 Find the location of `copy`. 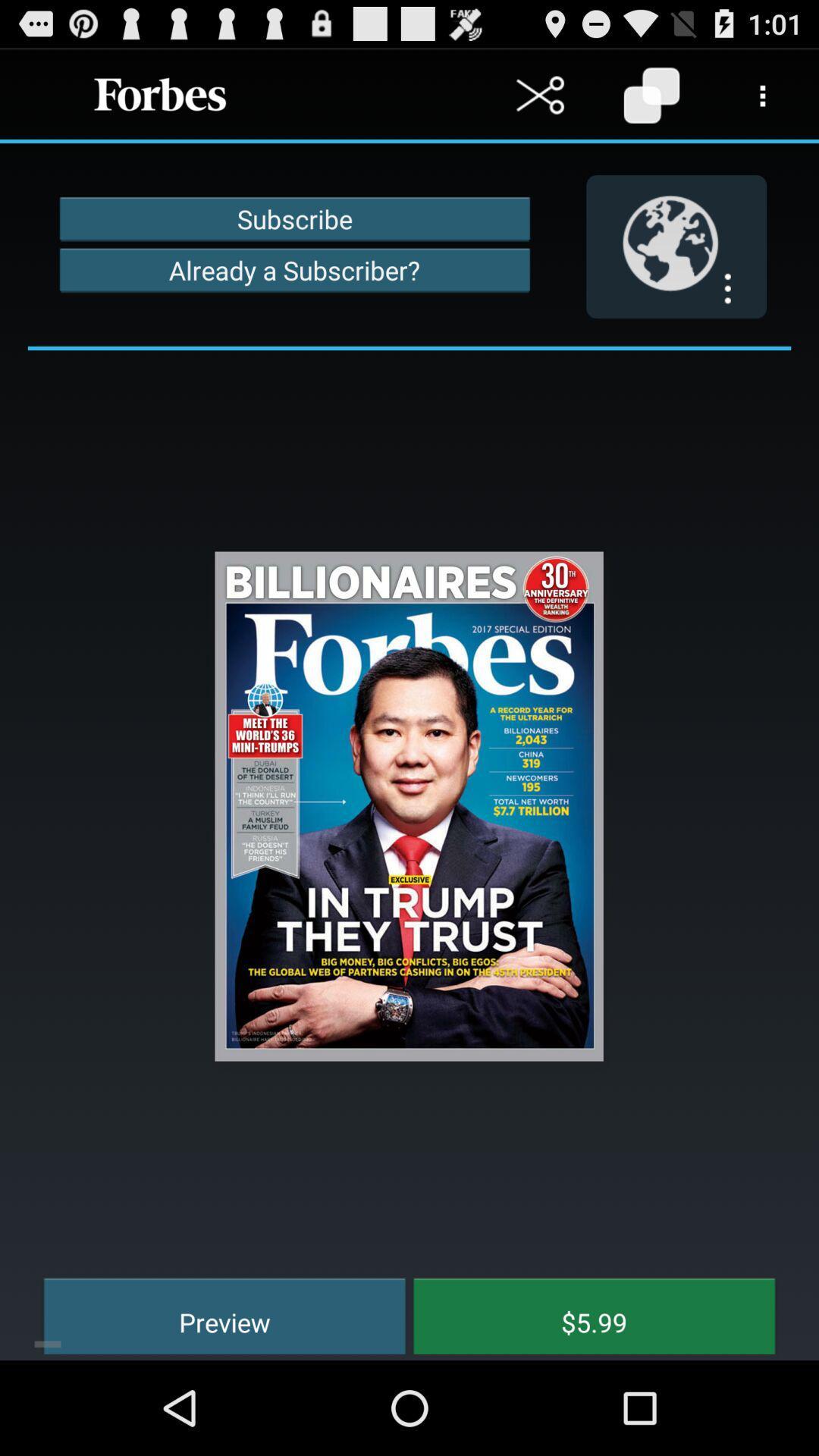

copy is located at coordinates (651, 94).